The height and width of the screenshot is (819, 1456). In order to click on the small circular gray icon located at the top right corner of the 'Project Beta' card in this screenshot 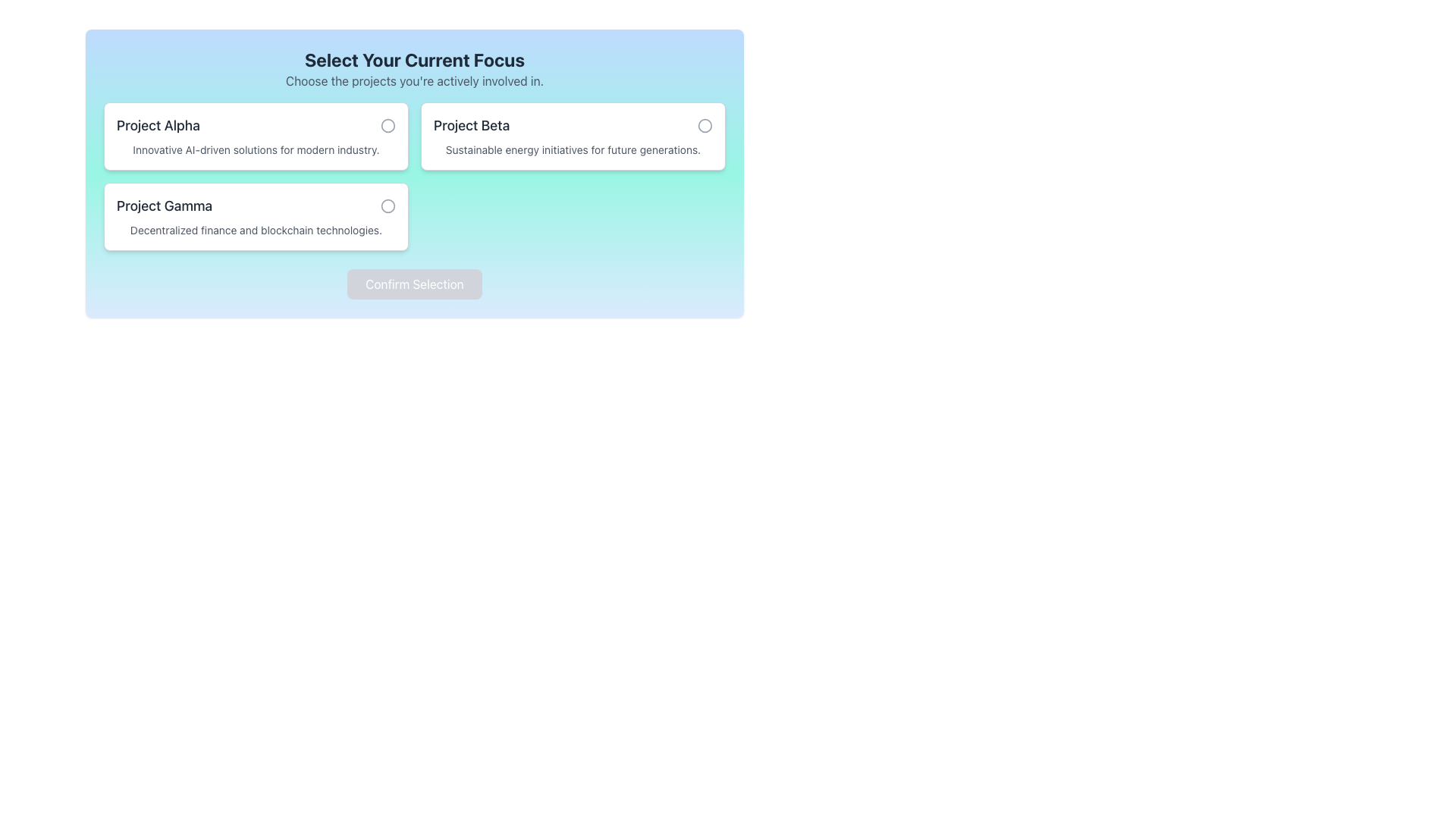, I will do `click(704, 124)`.